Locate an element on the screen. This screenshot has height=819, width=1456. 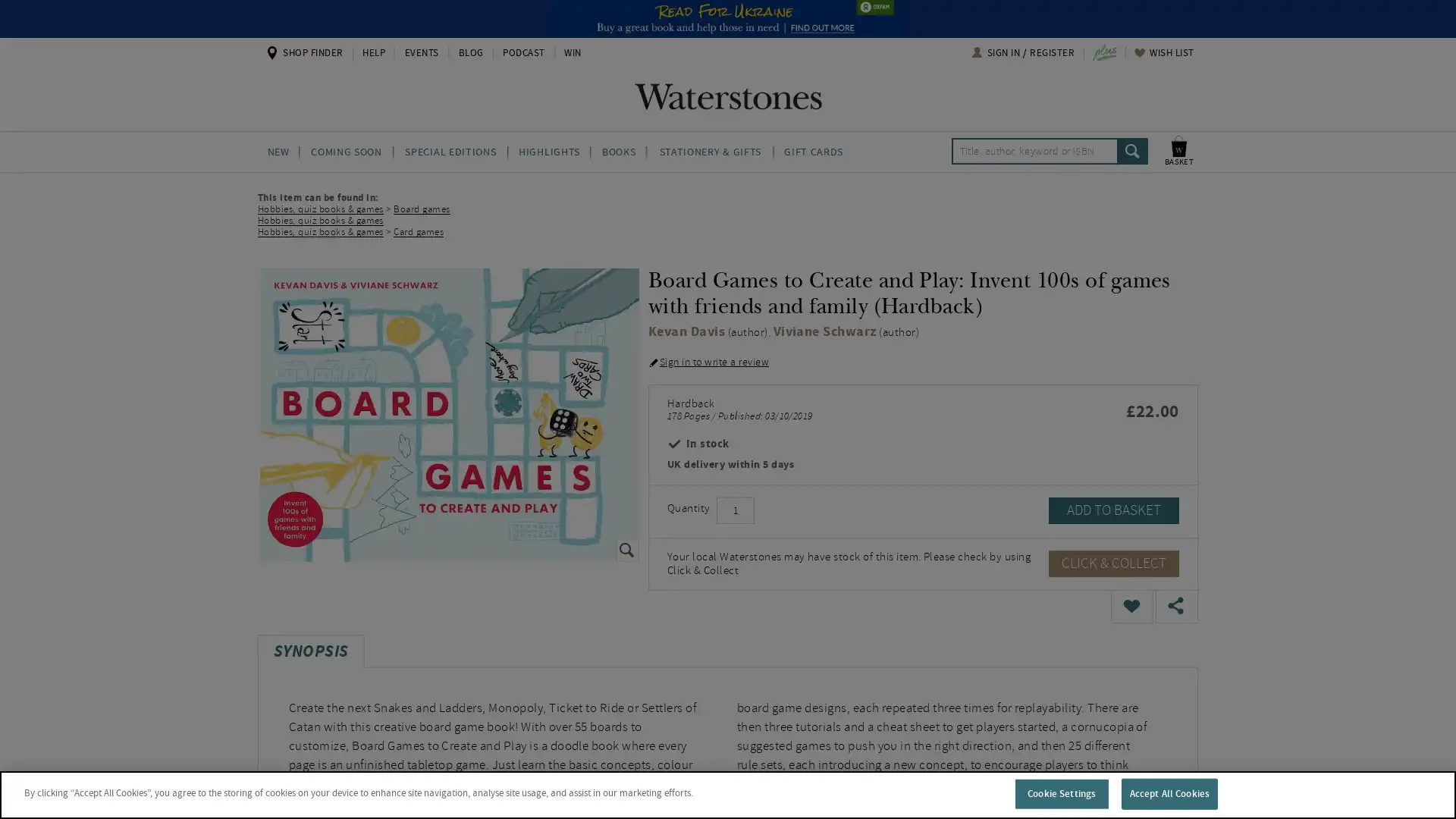
CLICK & COLLECT is located at coordinates (1113, 563).